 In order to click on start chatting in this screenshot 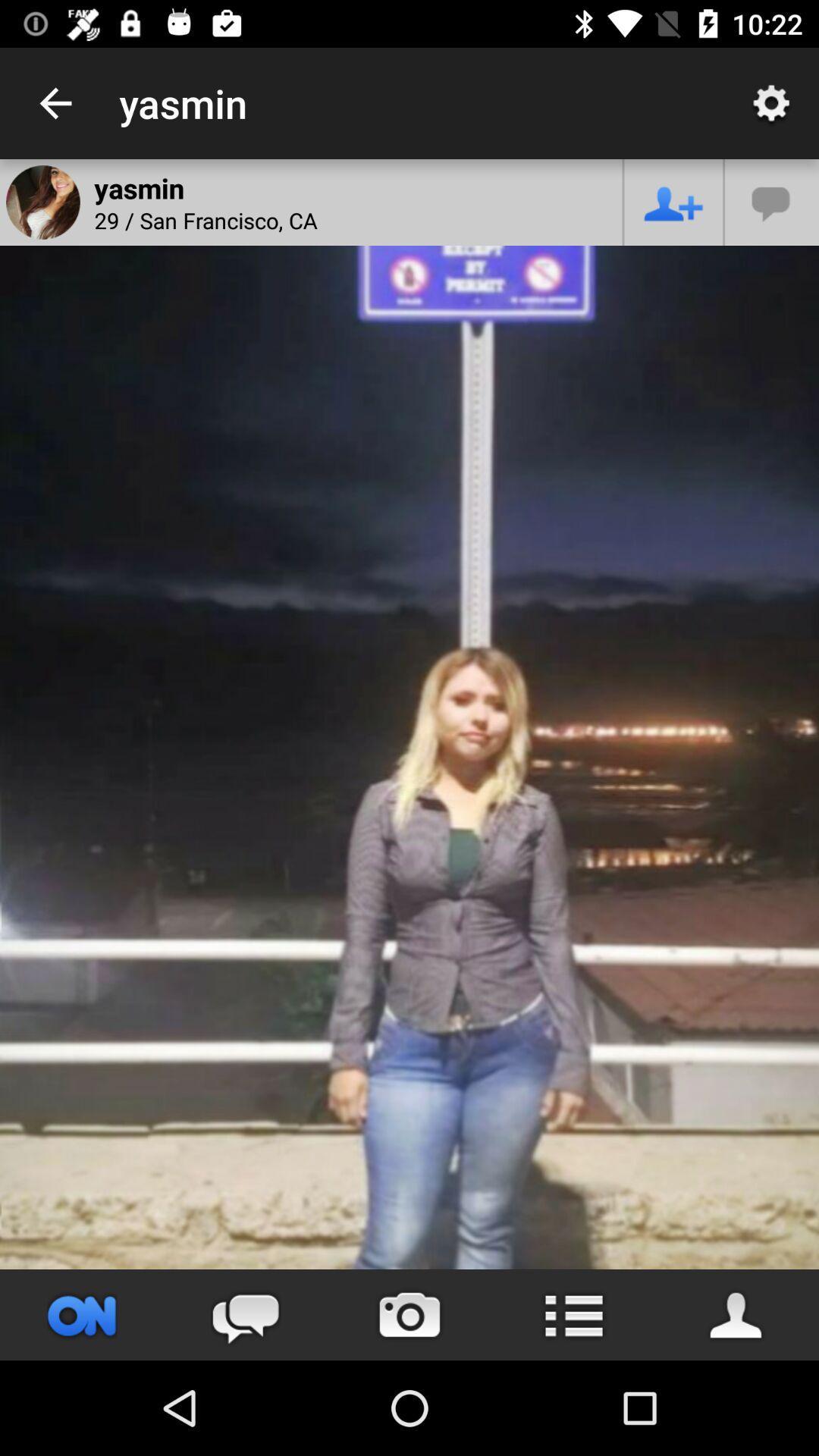, I will do `click(245, 1314)`.